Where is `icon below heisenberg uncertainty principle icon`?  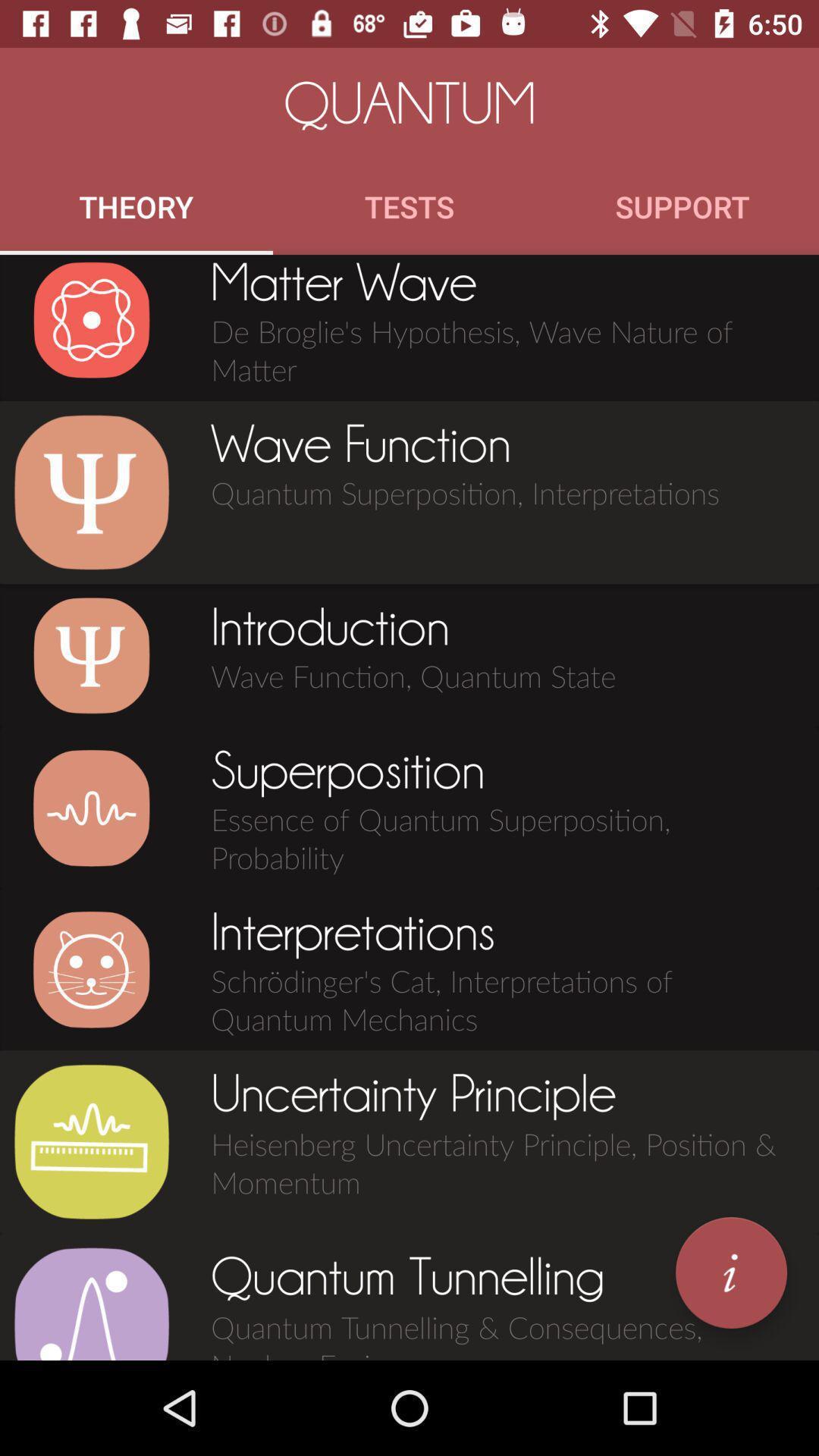 icon below heisenberg uncertainty principle icon is located at coordinates (730, 1272).